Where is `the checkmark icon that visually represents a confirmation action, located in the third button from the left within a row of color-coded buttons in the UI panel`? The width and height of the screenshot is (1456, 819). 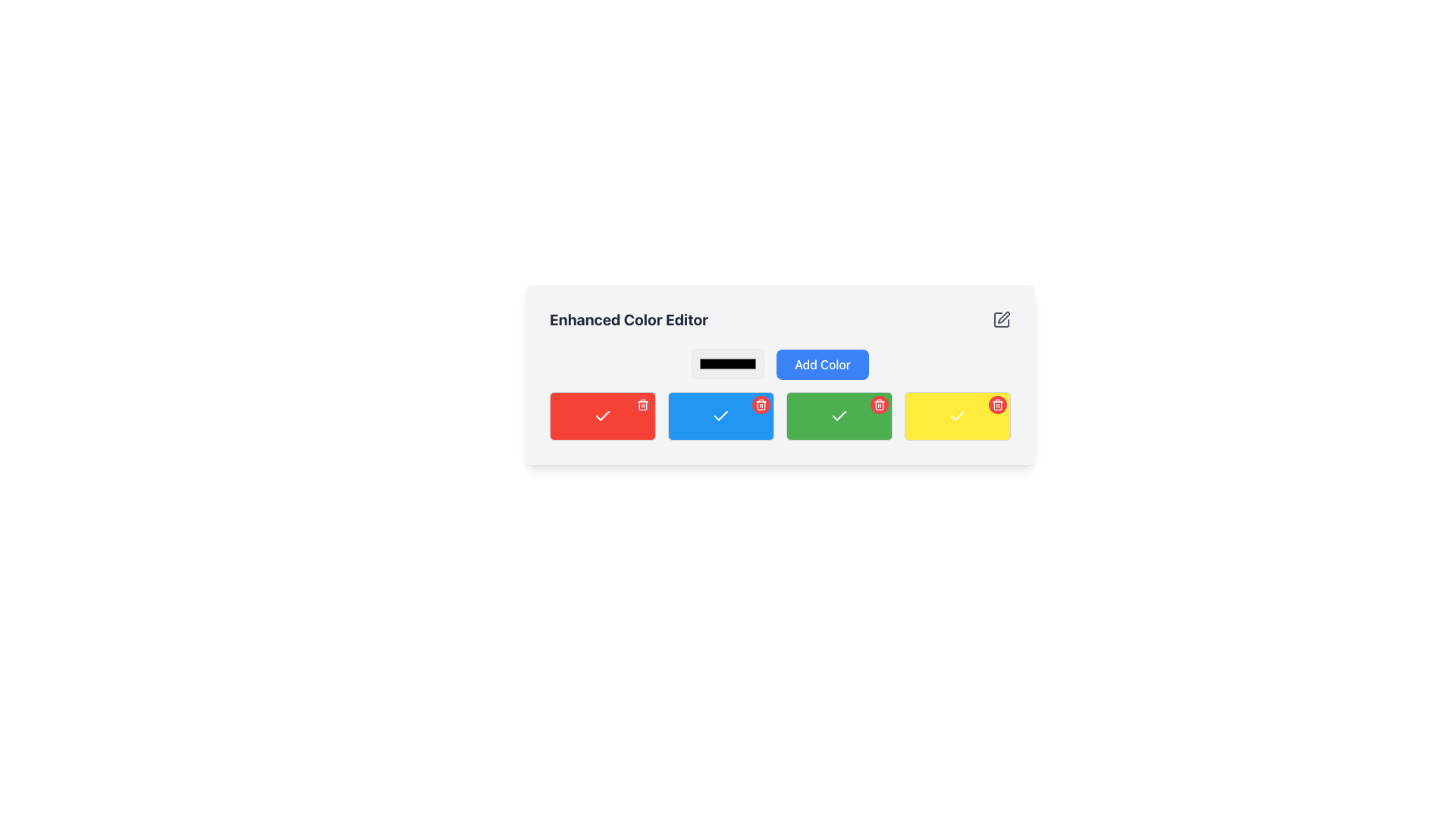
the checkmark icon that visually represents a confirmation action, located in the third button from the left within a row of color-coded buttons in the UI panel is located at coordinates (839, 415).